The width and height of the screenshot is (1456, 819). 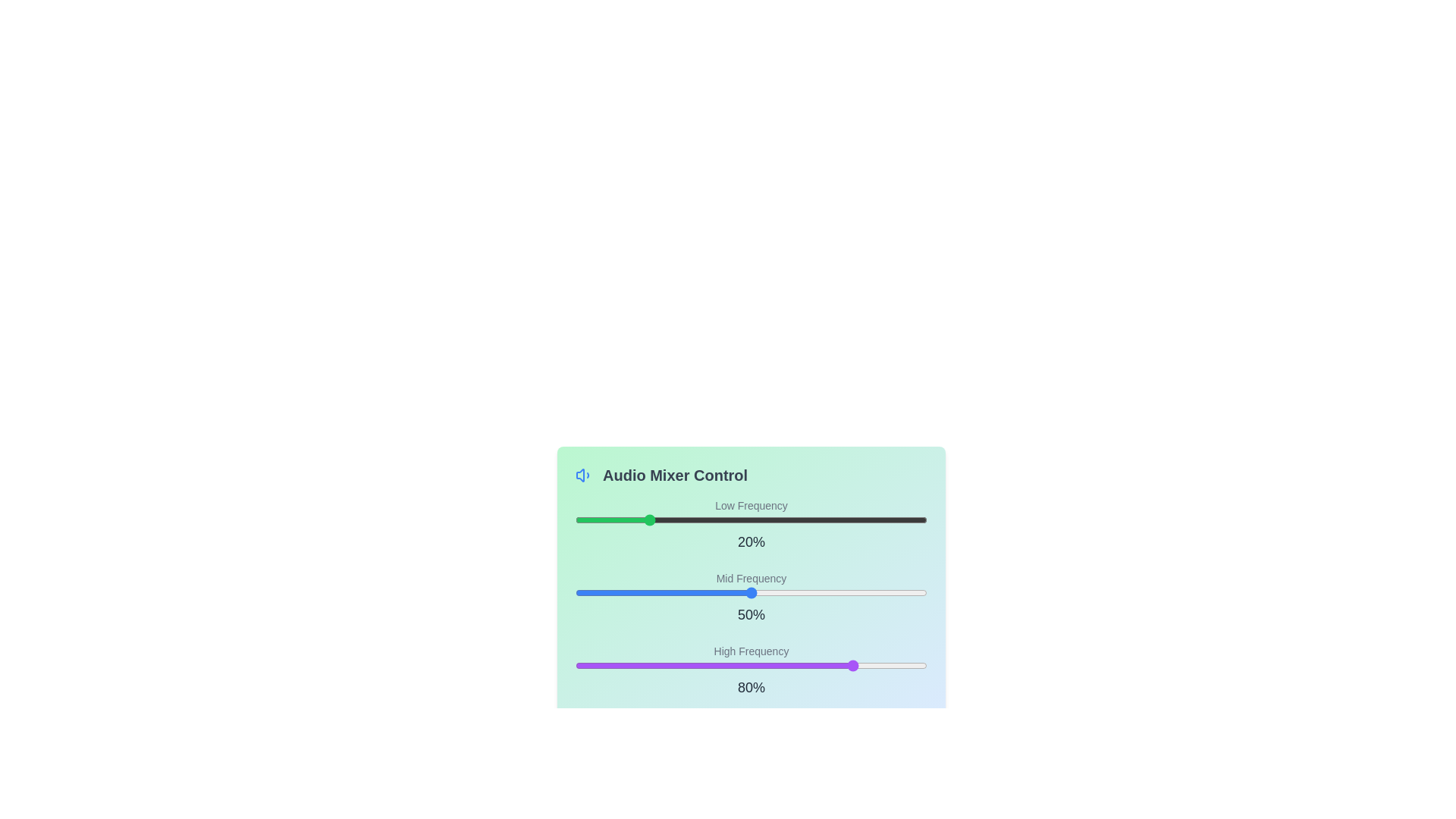 I want to click on the 'Mid Frequency' slider, so click(x=755, y=592).